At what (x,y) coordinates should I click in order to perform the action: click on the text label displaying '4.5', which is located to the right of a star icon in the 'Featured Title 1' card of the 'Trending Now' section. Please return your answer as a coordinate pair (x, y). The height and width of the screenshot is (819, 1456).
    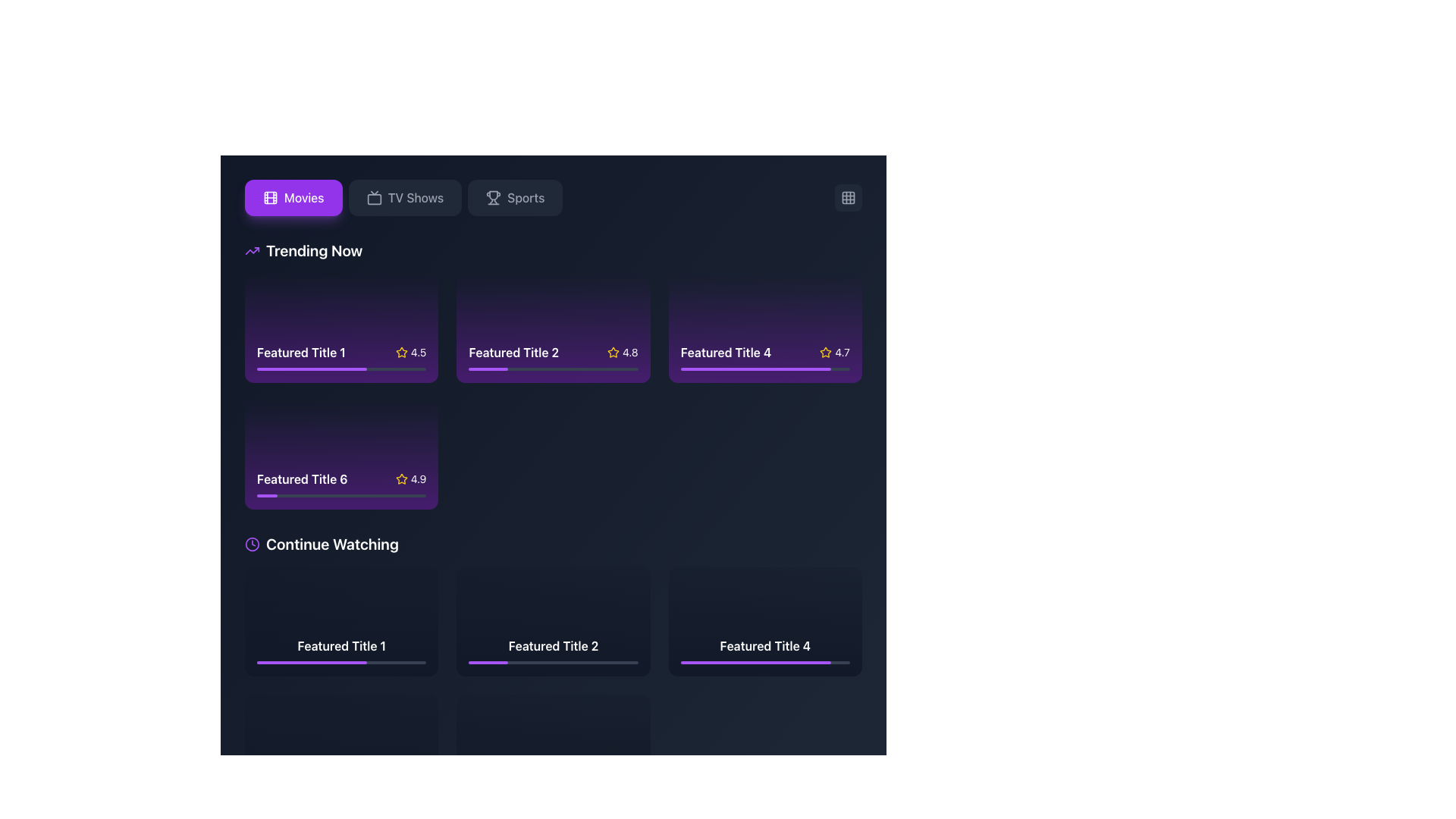
    Looking at the image, I should click on (419, 352).